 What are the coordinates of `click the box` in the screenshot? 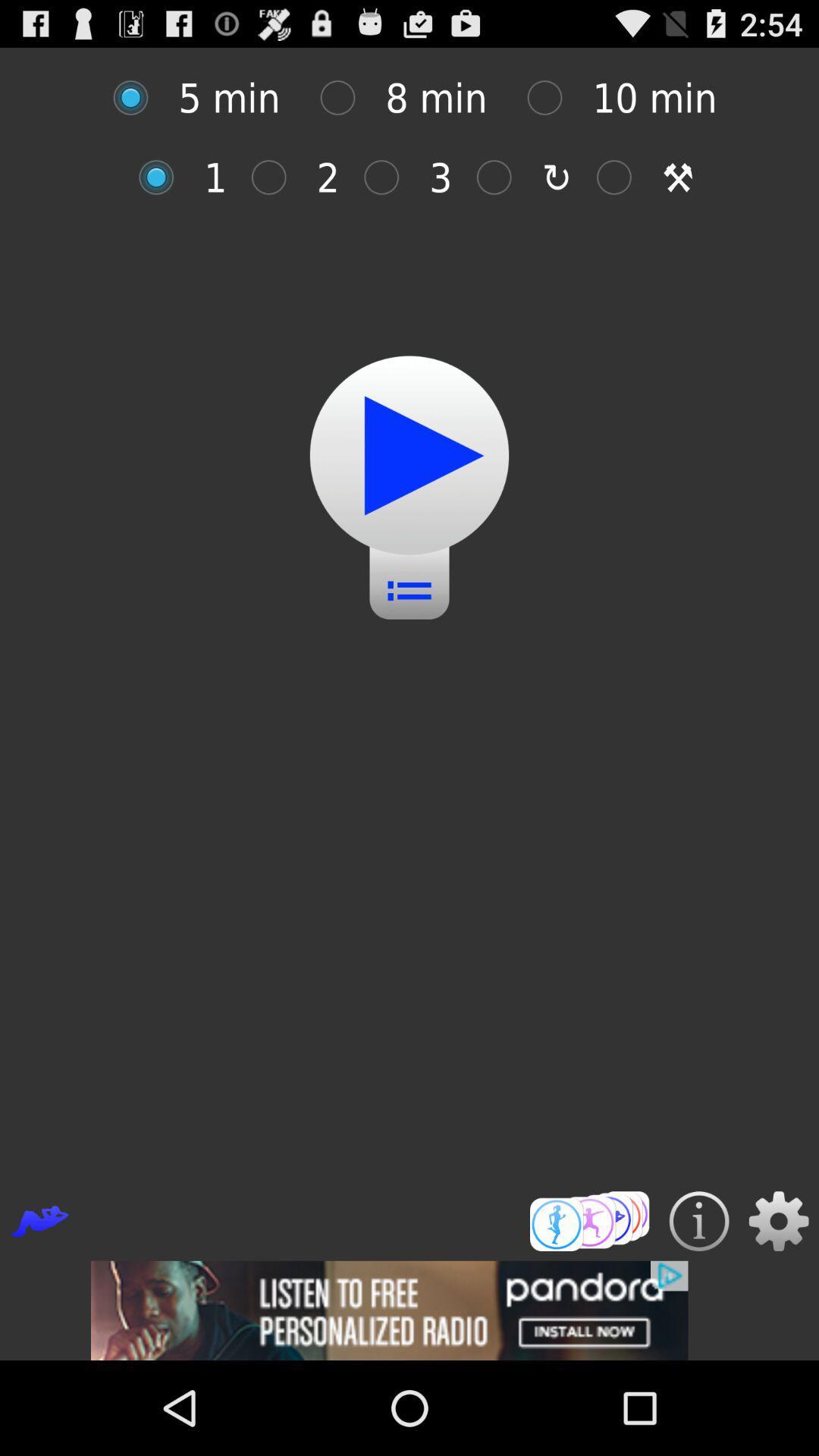 It's located at (345, 97).